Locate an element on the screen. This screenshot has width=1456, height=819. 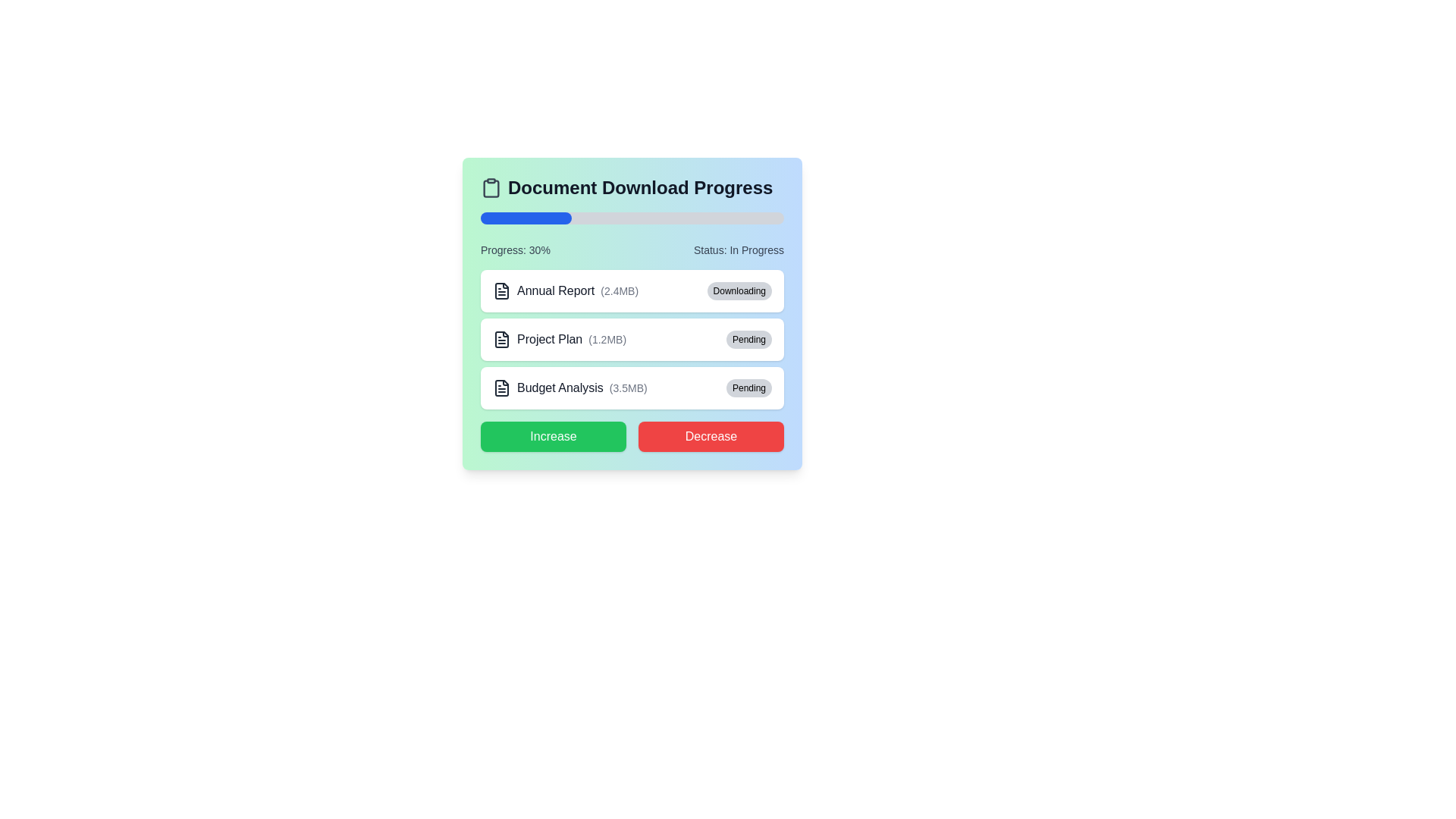
the text label displaying 'Status: In Progress', which is positioned above a group of buttons and aligned to the right of the 'Progress: 30%' text element is located at coordinates (739, 249).